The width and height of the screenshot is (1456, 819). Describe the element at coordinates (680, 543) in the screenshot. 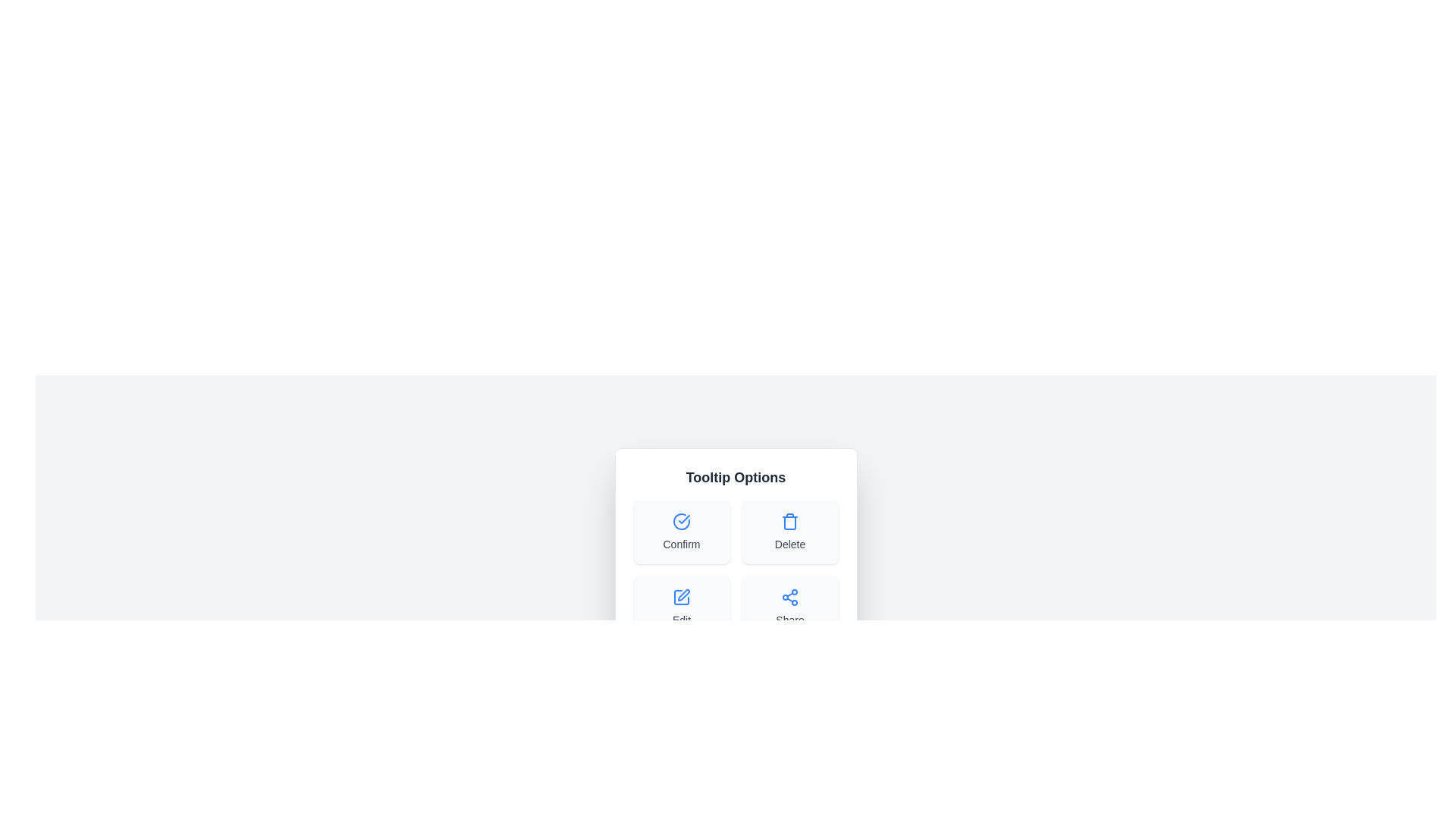

I see `the text label displaying 'Confirm', which is styled with a small font size and medium weighting, located centrally below a blue circular check mark icon in a tooltip-like modal` at that location.